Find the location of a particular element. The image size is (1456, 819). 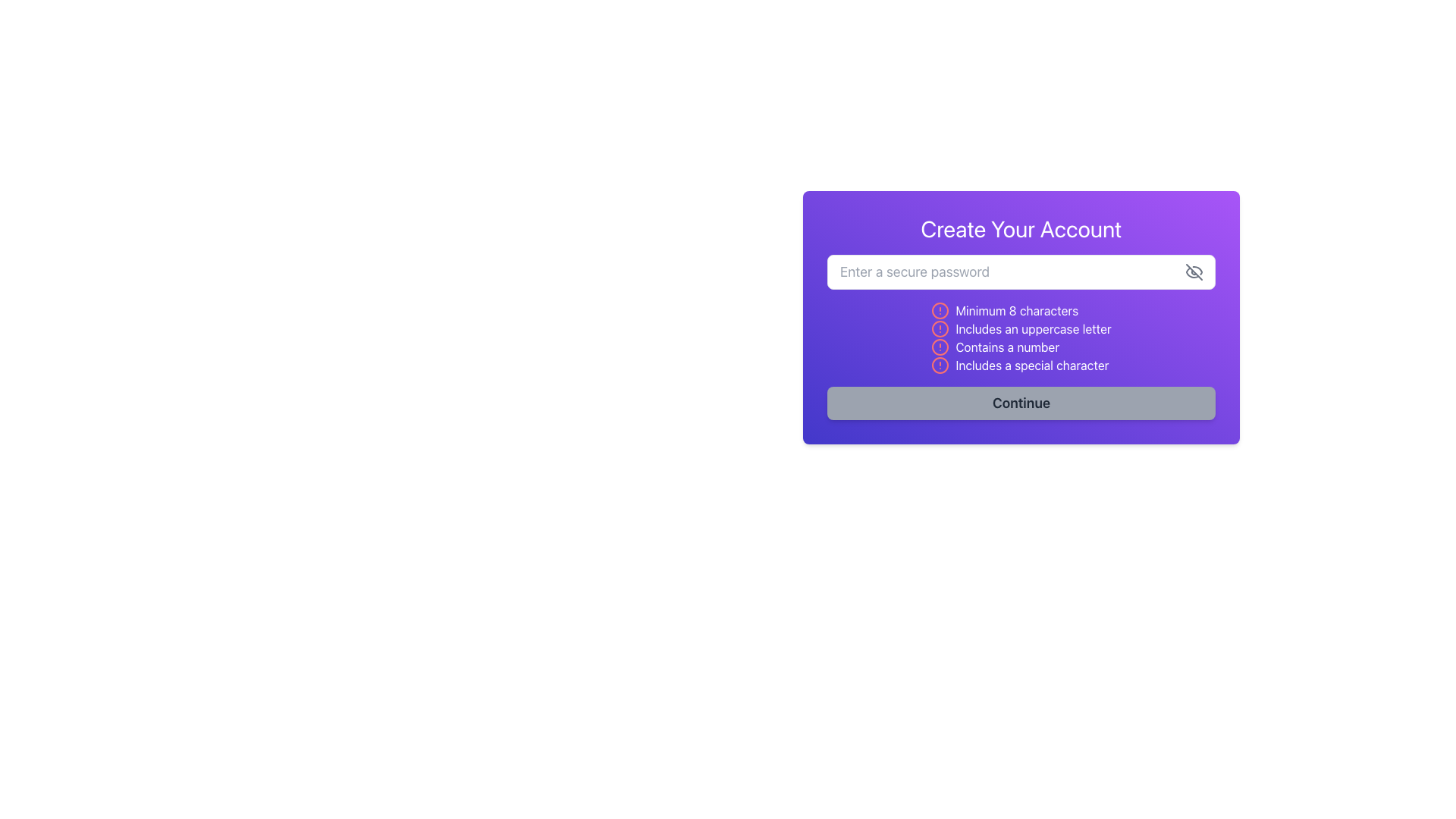

the Text Label with Icon that indicates the password must contain at least one uppercase letter, positioned below the 'Minimum 8 characters' requirement and above the 'Contains a number' requirement in the password creation interface is located at coordinates (1021, 328).